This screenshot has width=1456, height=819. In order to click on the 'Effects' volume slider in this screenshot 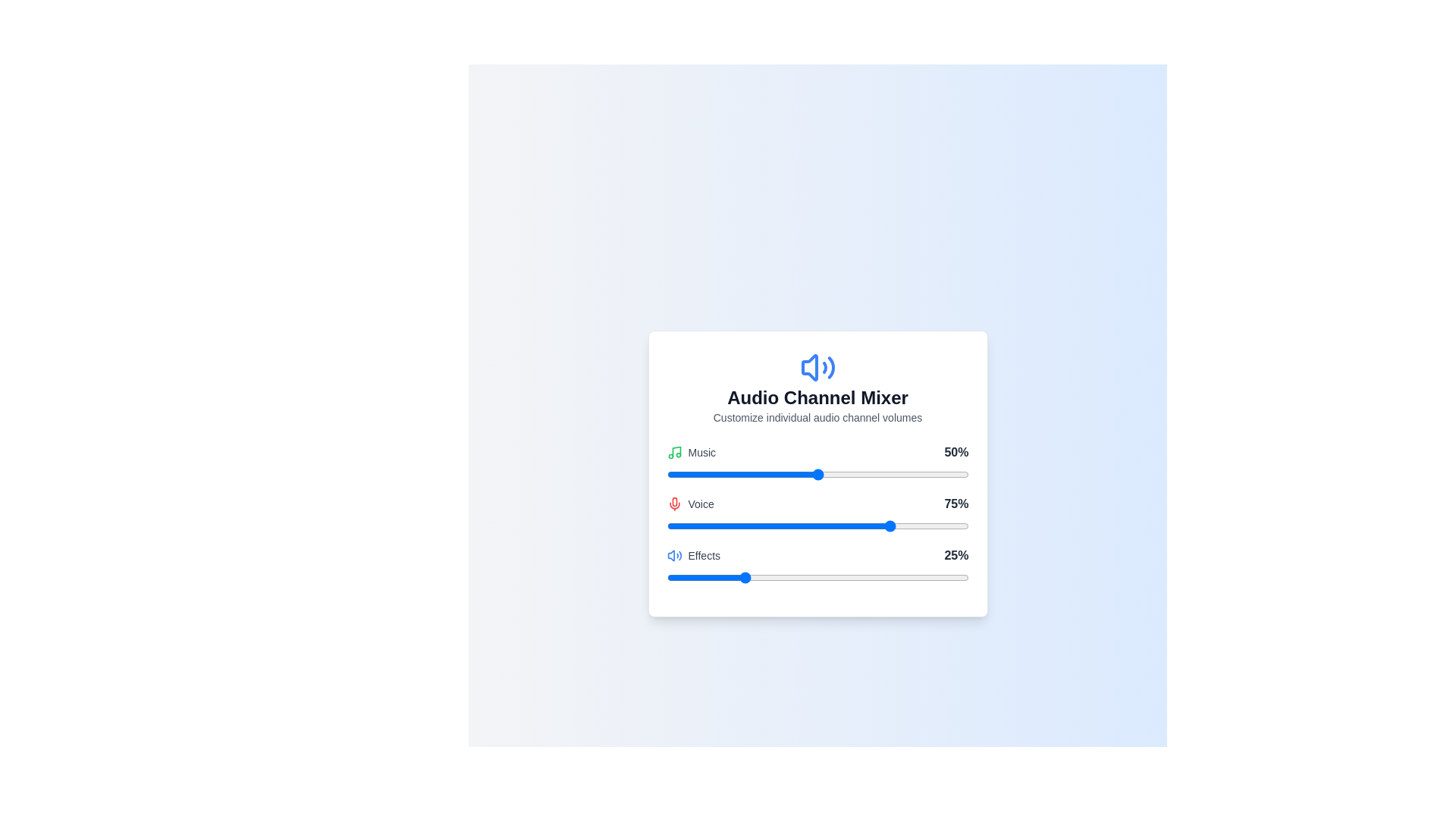, I will do `click(675, 578)`.